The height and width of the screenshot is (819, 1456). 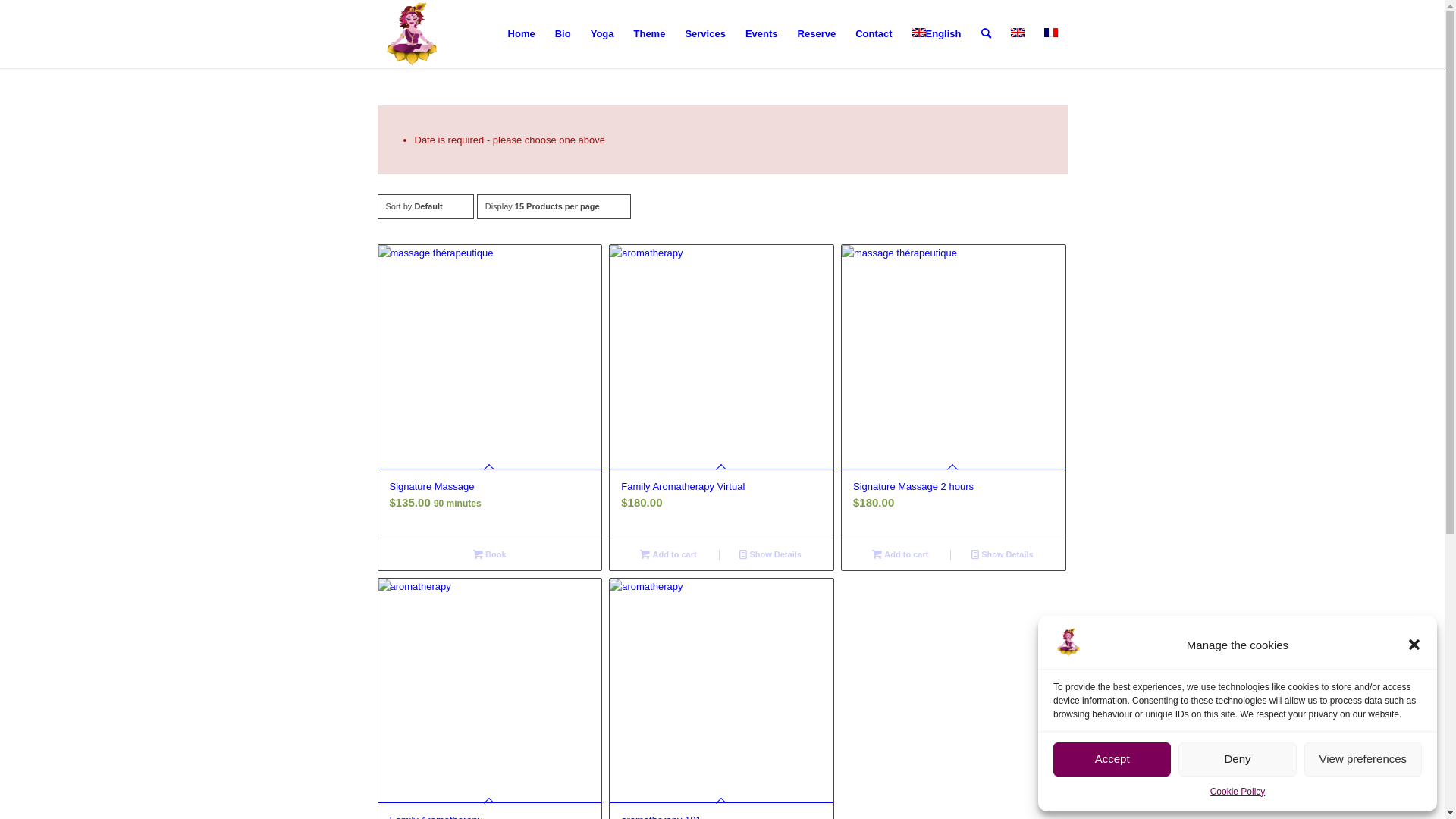 I want to click on 'Events', so click(x=735, y=34).